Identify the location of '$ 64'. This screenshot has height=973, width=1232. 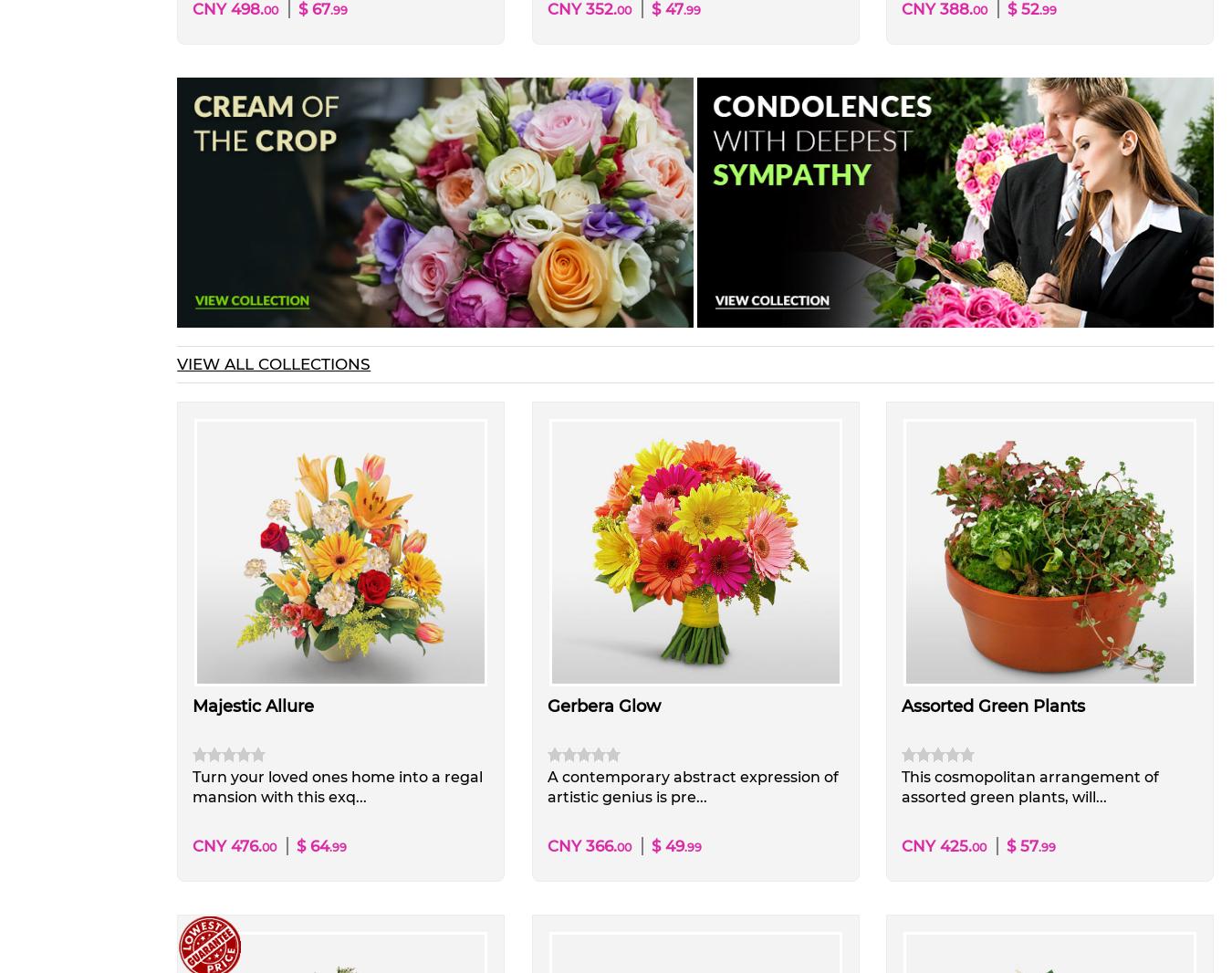
(313, 845).